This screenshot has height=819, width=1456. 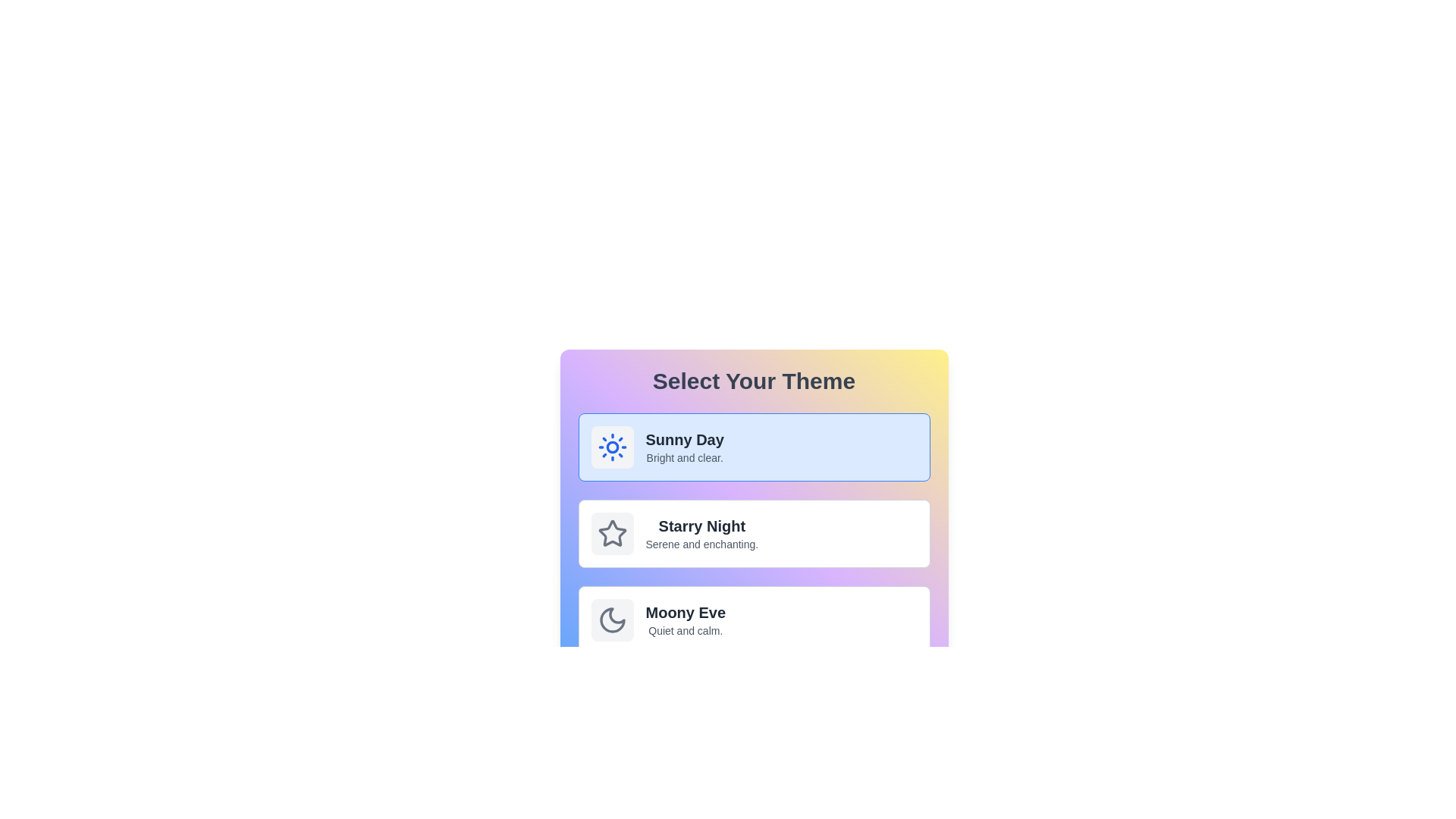 I want to click on the selectable option for the theme 'Starry Night', so click(x=701, y=533).